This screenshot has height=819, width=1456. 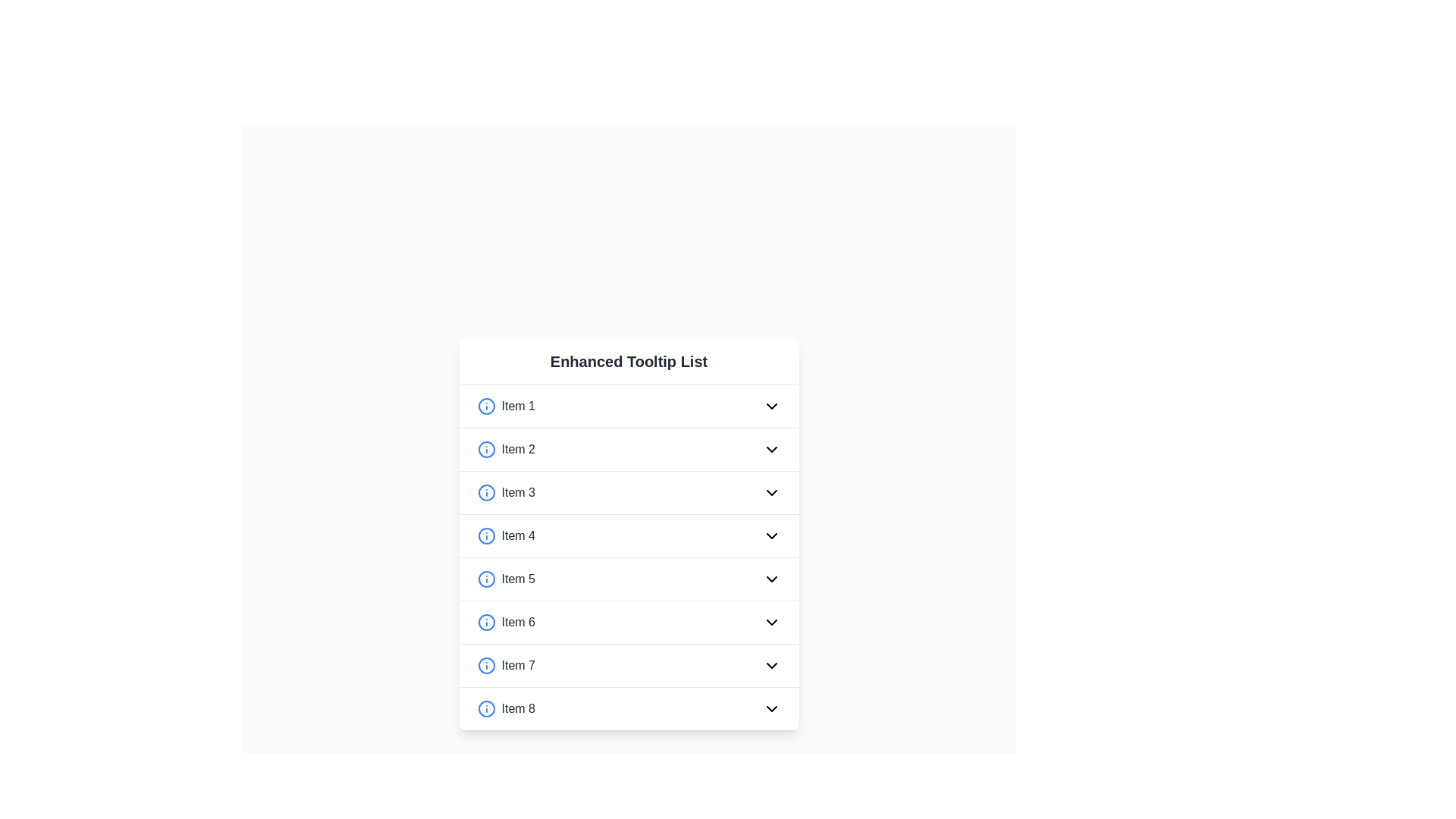 What do you see at coordinates (771, 665) in the screenshot?
I see `the downward-facing chevron icon` at bounding box center [771, 665].